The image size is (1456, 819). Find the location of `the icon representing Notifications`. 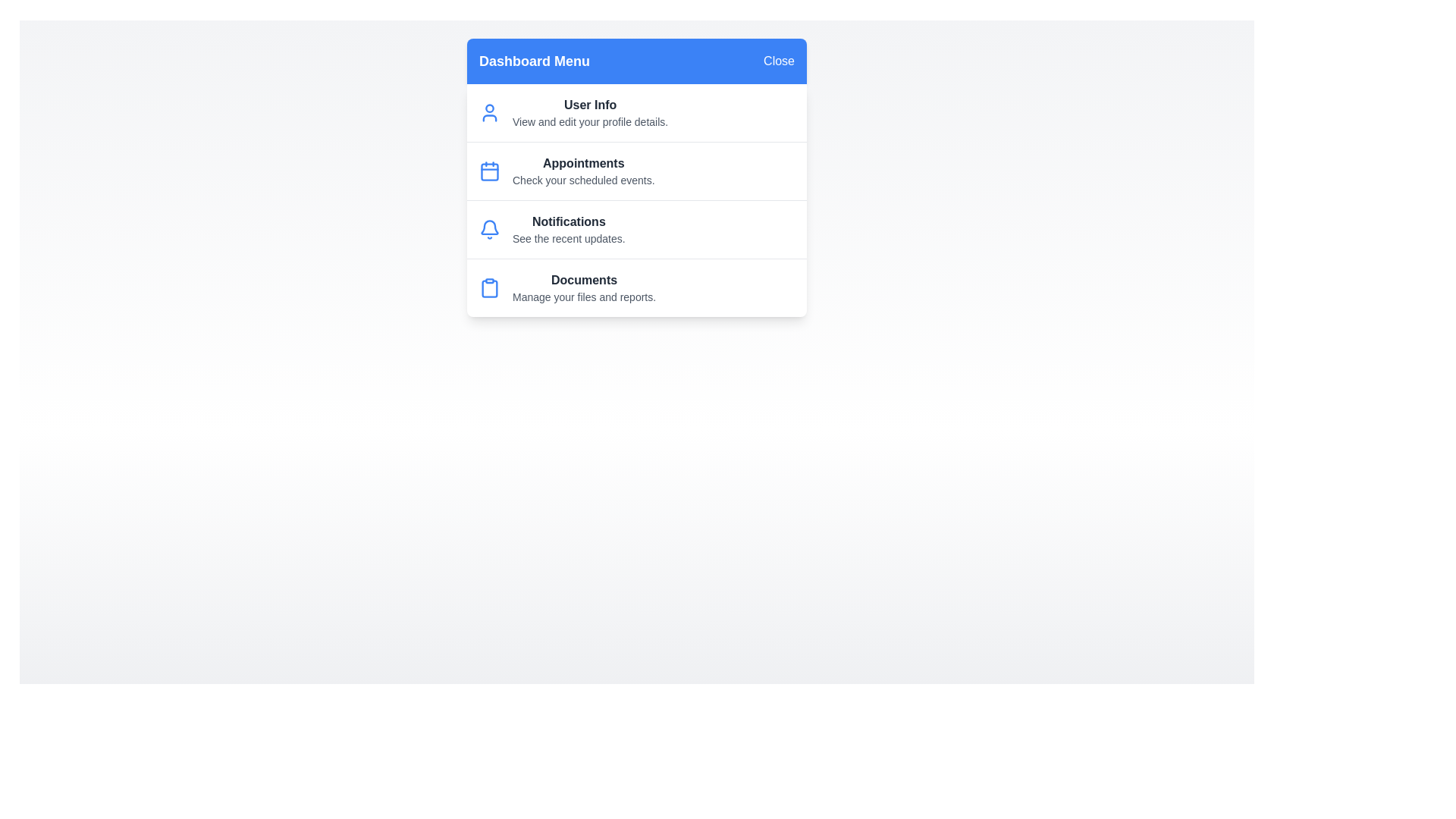

the icon representing Notifications is located at coordinates (490, 230).